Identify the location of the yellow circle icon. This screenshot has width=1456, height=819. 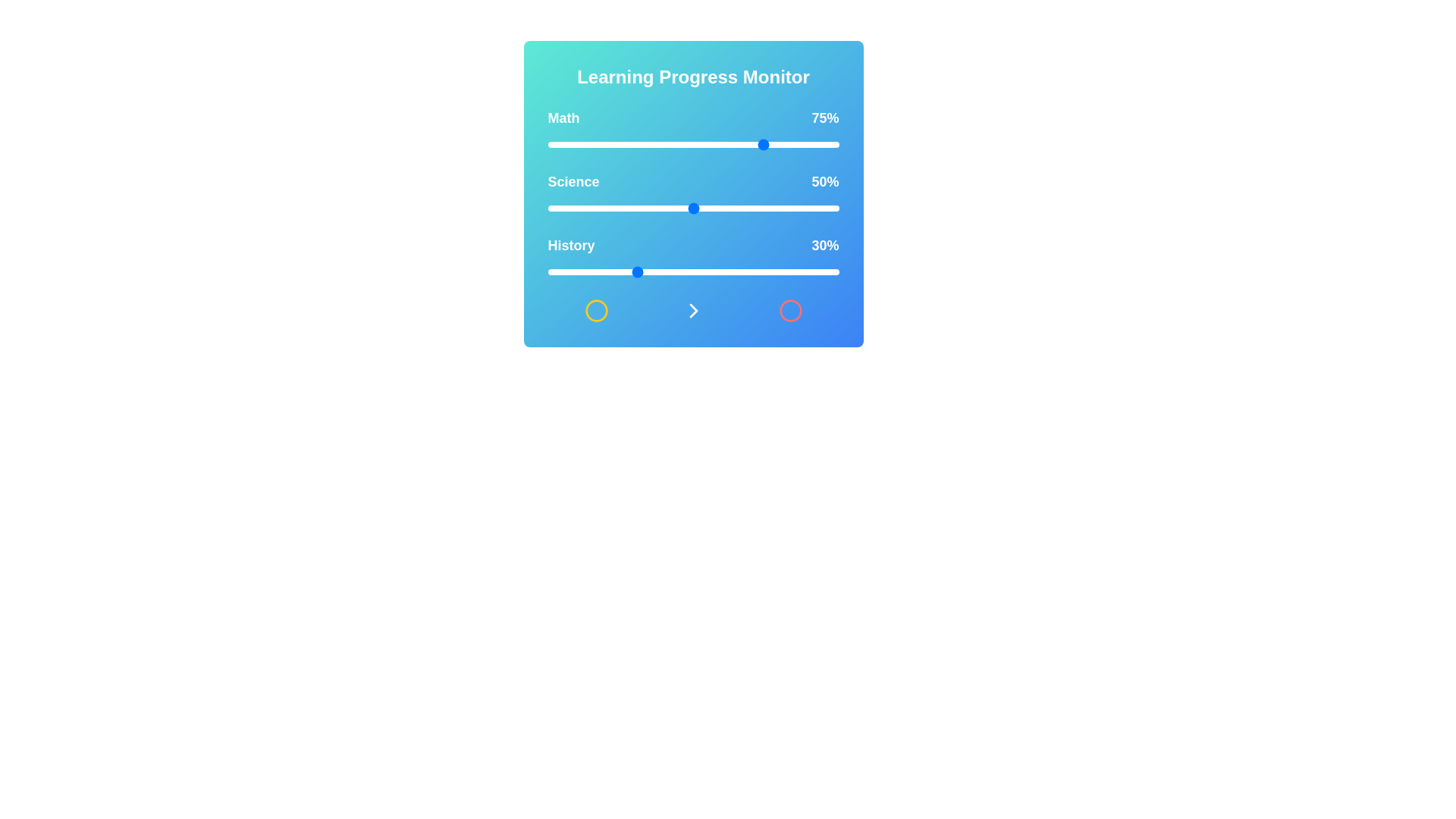
(595, 309).